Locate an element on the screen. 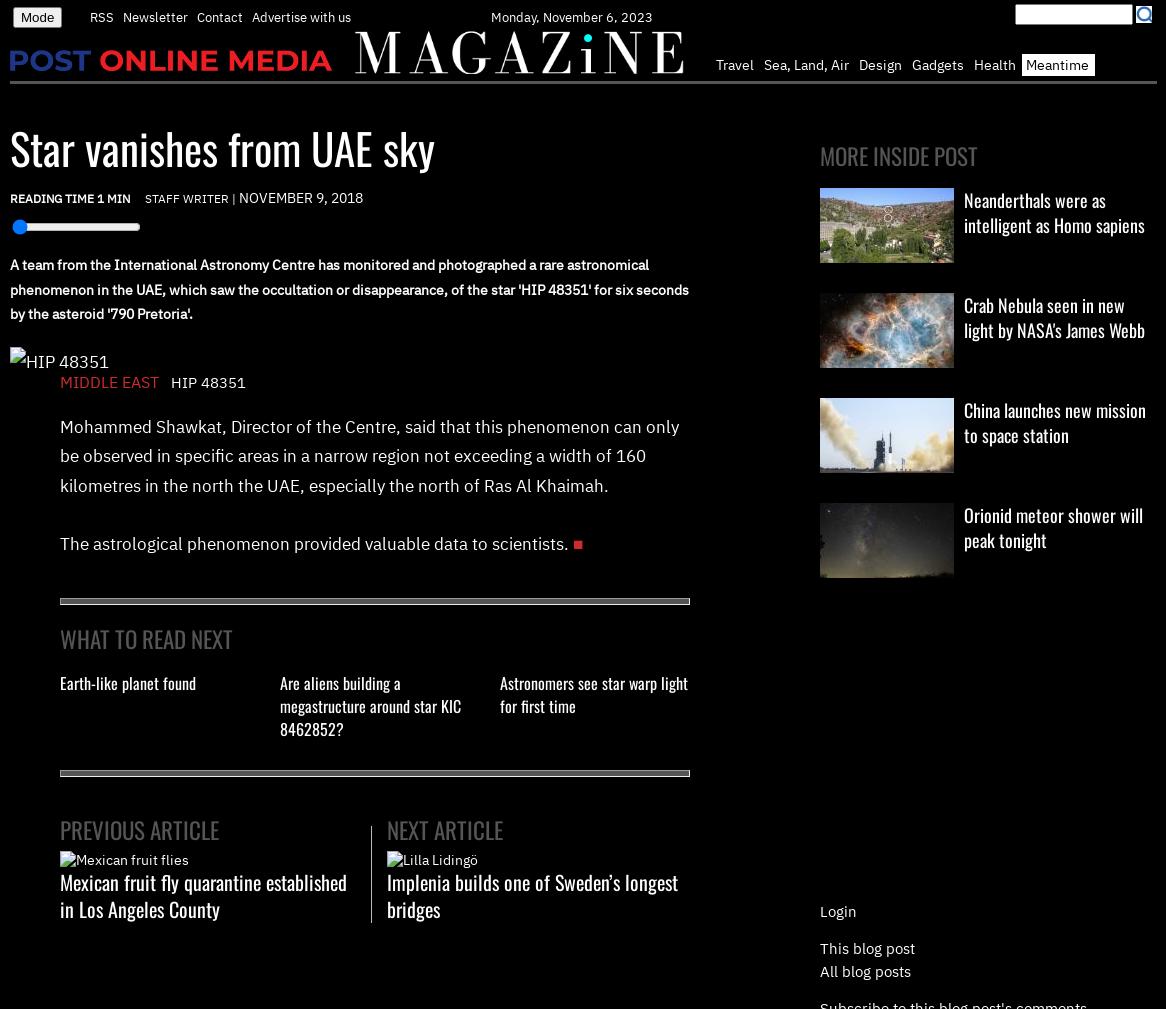  'Mohammed Shawkat, Director of the Centre, said that this phenomenon can only be observed in specific areas in a narrow region not exceeding a width of 160 kilometres in the north the UAE, especially the north of Ras Al Khaimah.' is located at coordinates (369, 453).